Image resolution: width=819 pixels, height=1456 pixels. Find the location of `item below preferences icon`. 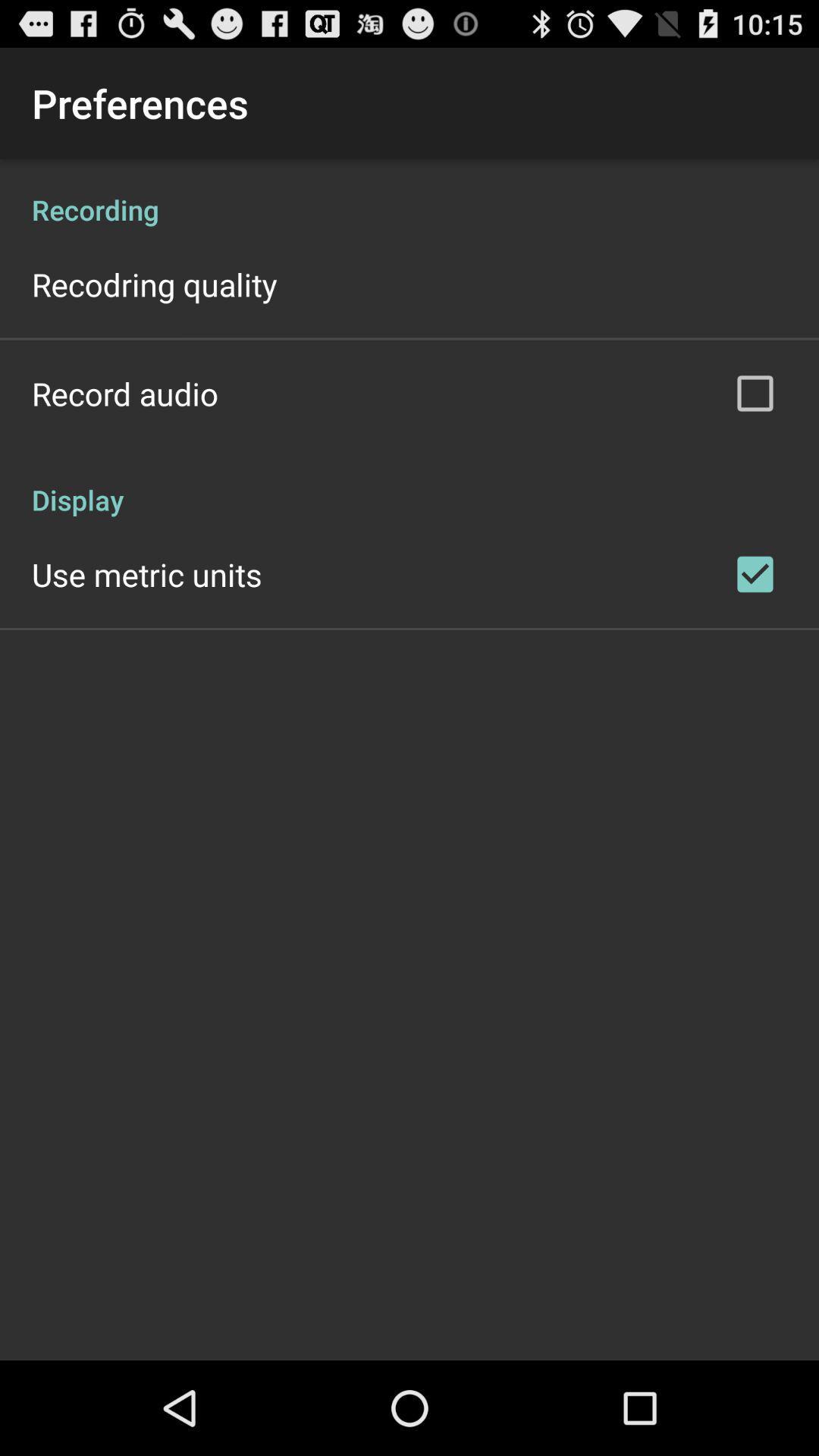

item below preferences icon is located at coordinates (409, 193).